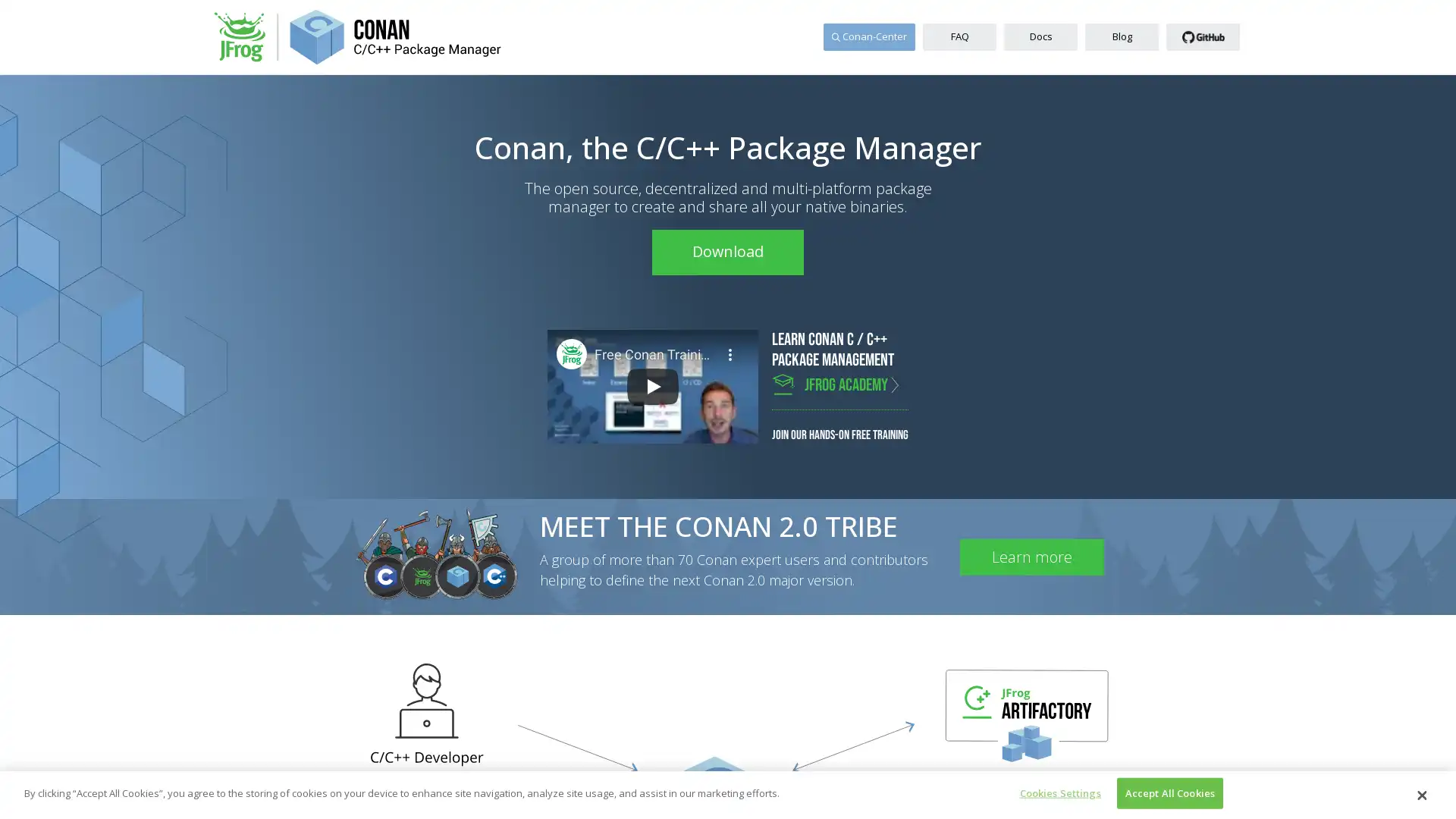 Image resolution: width=1456 pixels, height=819 pixels. What do you see at coordinates (1055, 792) in the screenshot?
I see `Cookies Settings` at bounding box center [1055, 792].